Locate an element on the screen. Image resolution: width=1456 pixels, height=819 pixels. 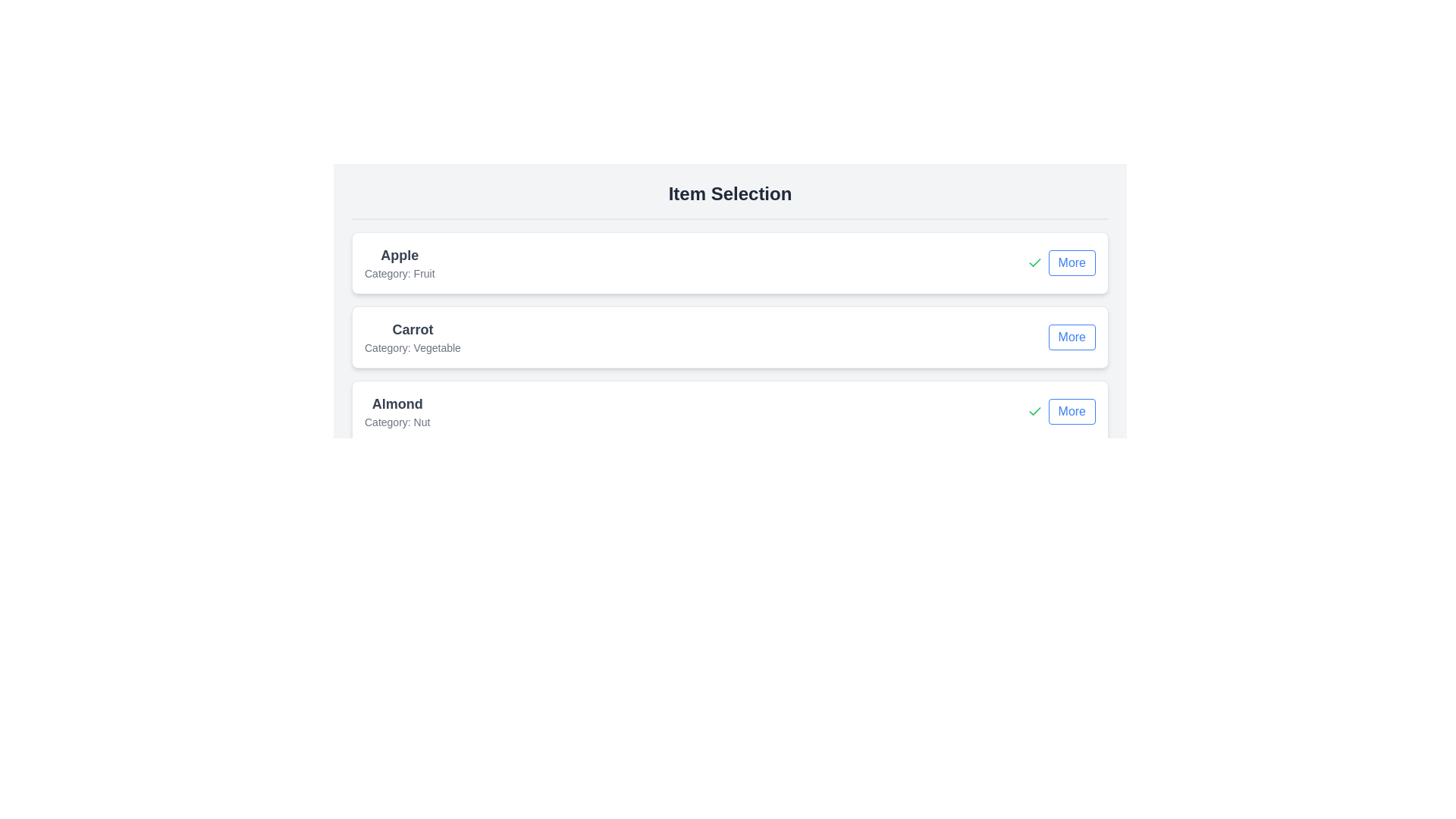
the green checkmark SVG icon indicating the selection of 'Apple' in the list is located at coordinates (1034, 411).